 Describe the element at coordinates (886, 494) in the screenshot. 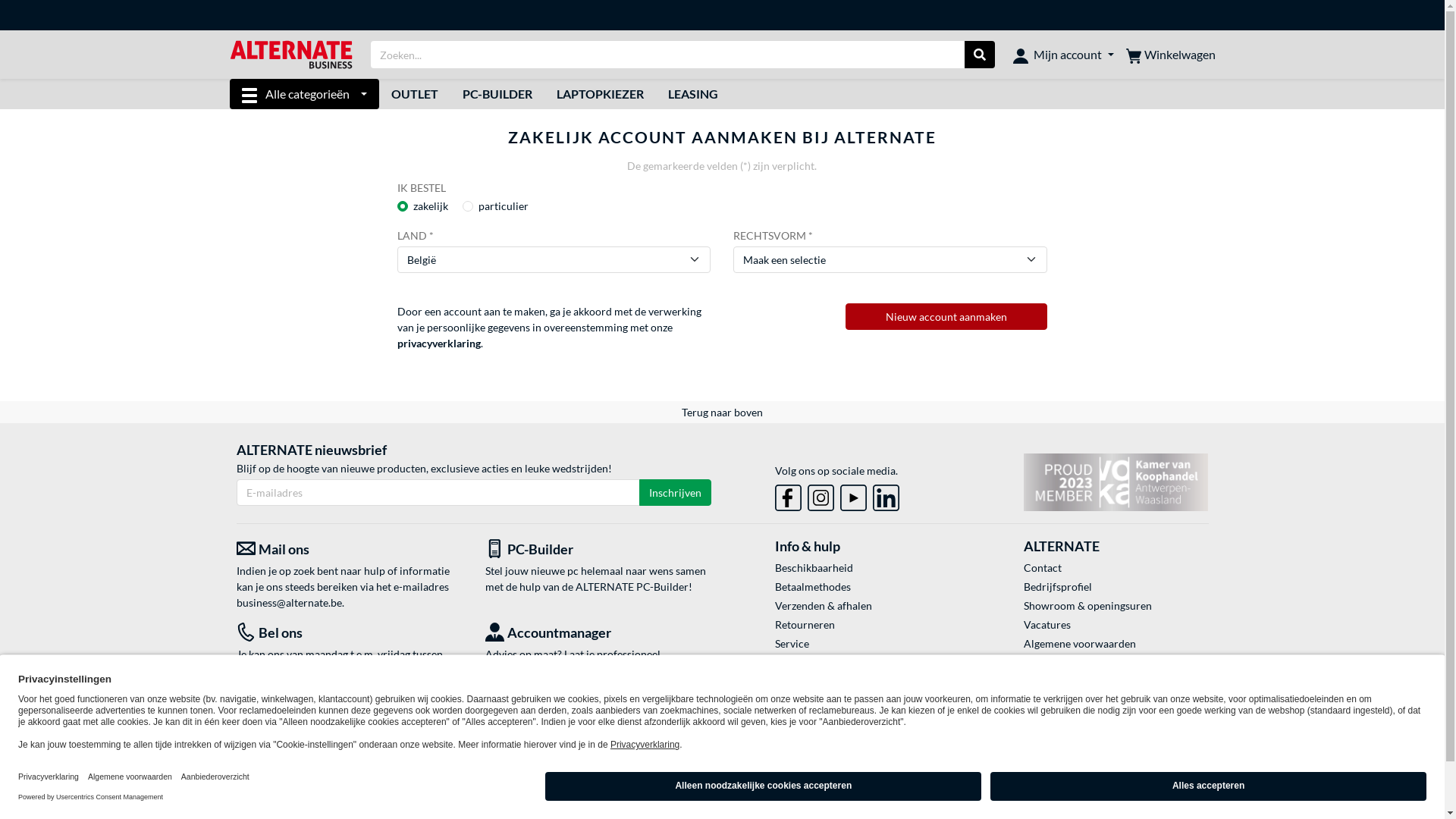

I see `'Linkedin'` at that location.